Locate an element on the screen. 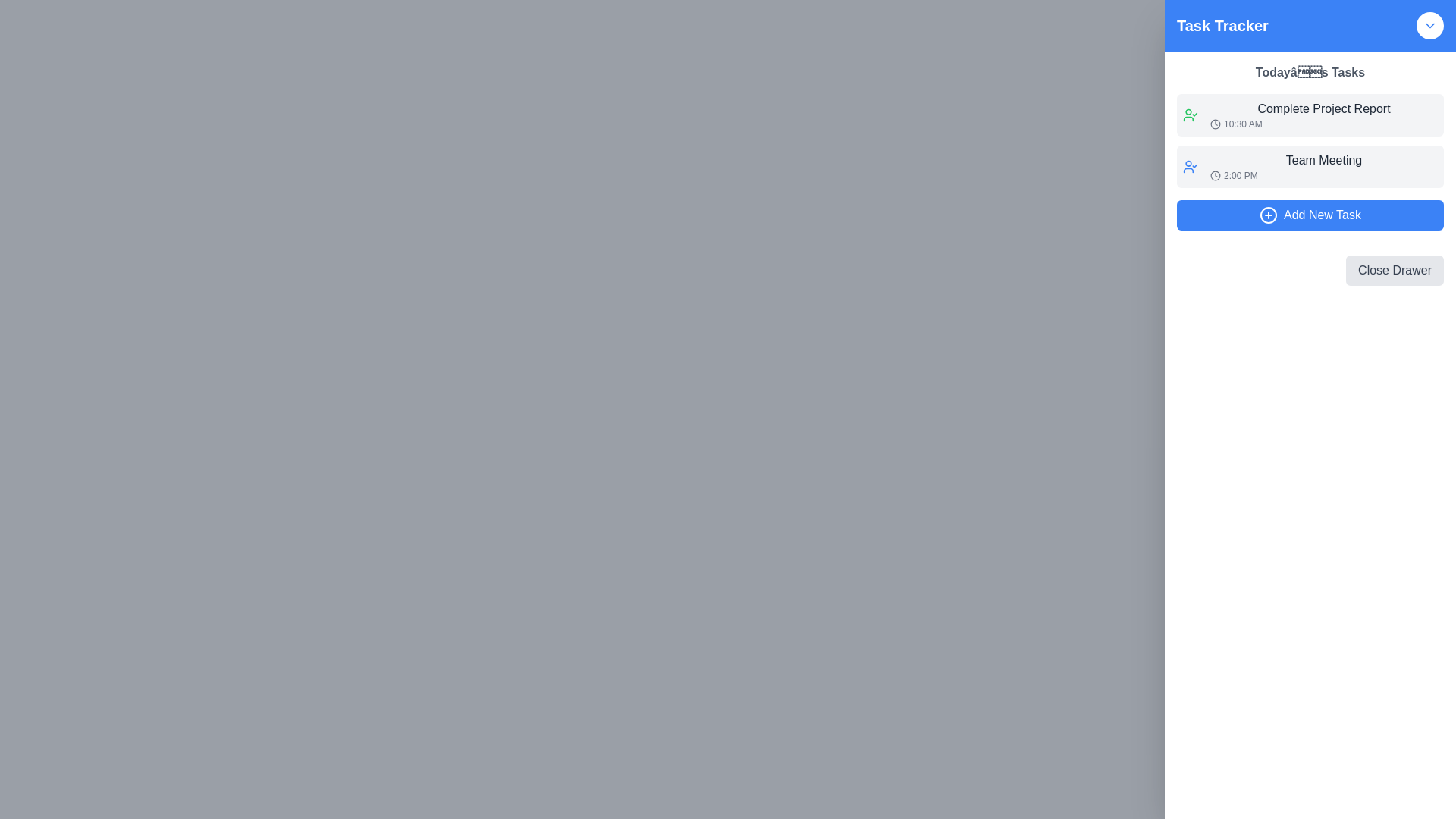 The image size is (1456, 819). the circular icon with a blue outline and a white plus sign, located to the left of the 'Add New Task' button is located at coordinates (1269, 215).